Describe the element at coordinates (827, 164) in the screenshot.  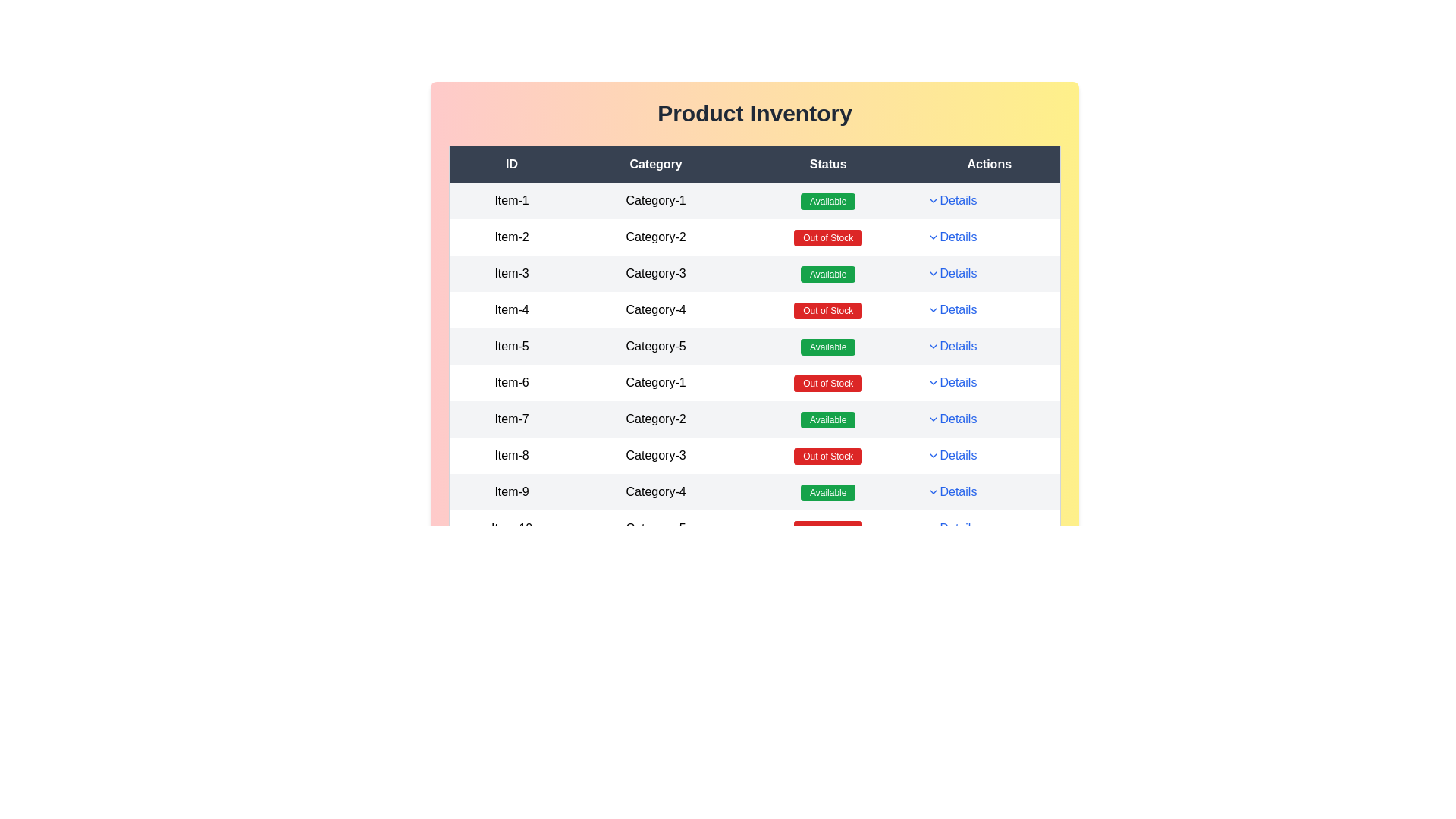
I see `the table header to sort by Status` at that location.